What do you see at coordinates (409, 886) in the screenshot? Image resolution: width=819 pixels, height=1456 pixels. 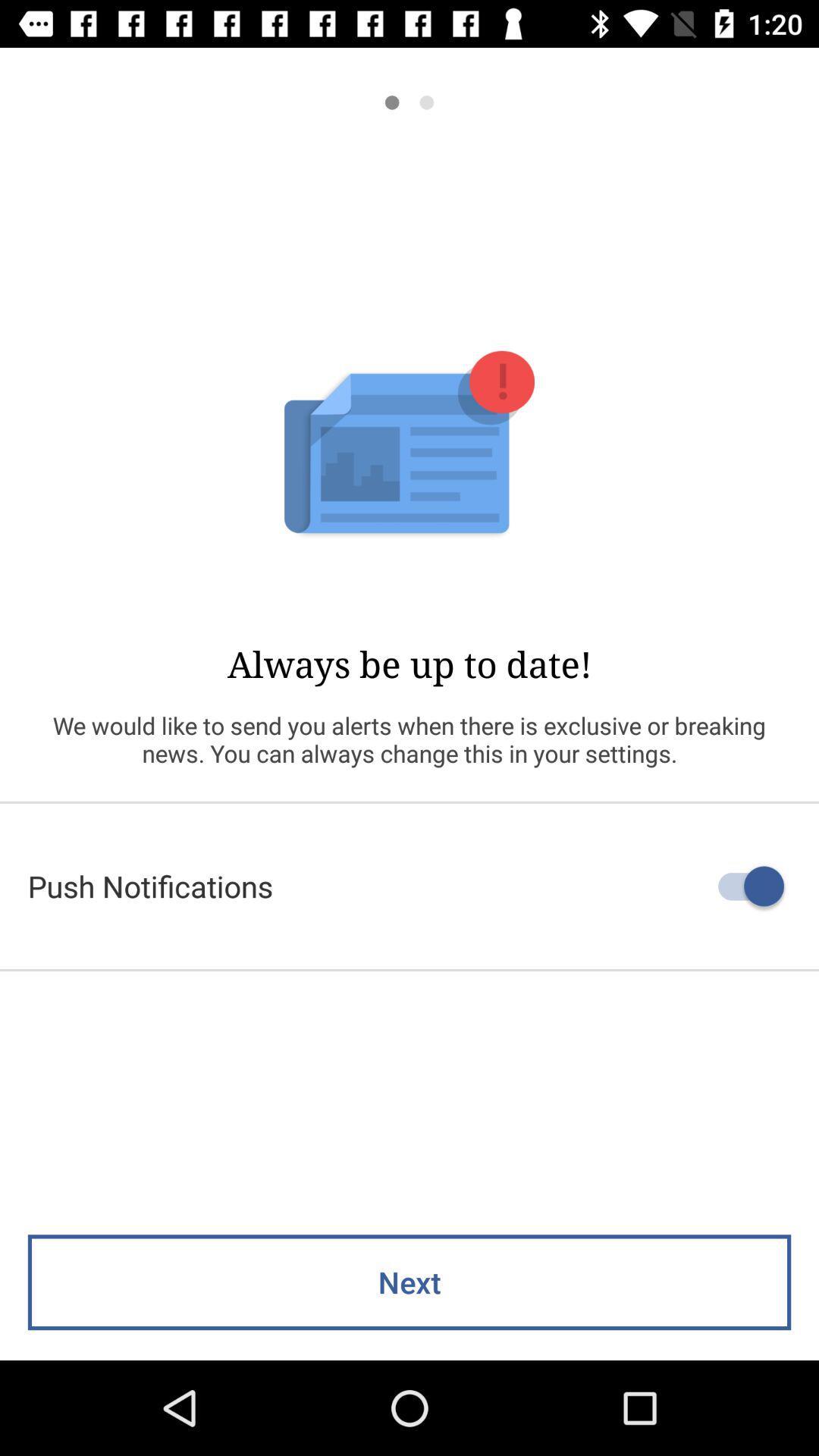 I see `the push notifications icon` at bounding box center [409, 886].